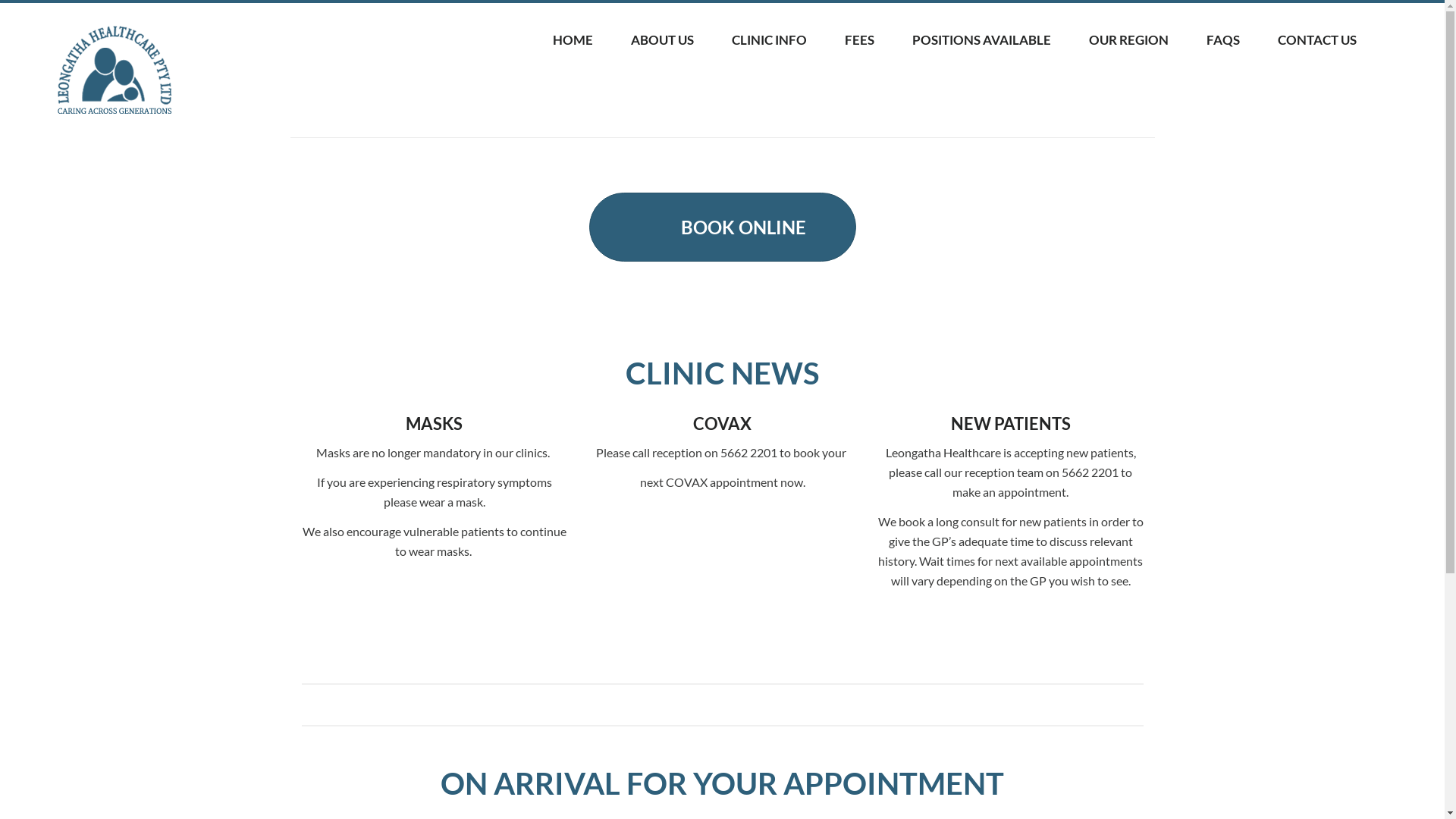  I want to click on 'OUR REGION', so click(1128, 39).